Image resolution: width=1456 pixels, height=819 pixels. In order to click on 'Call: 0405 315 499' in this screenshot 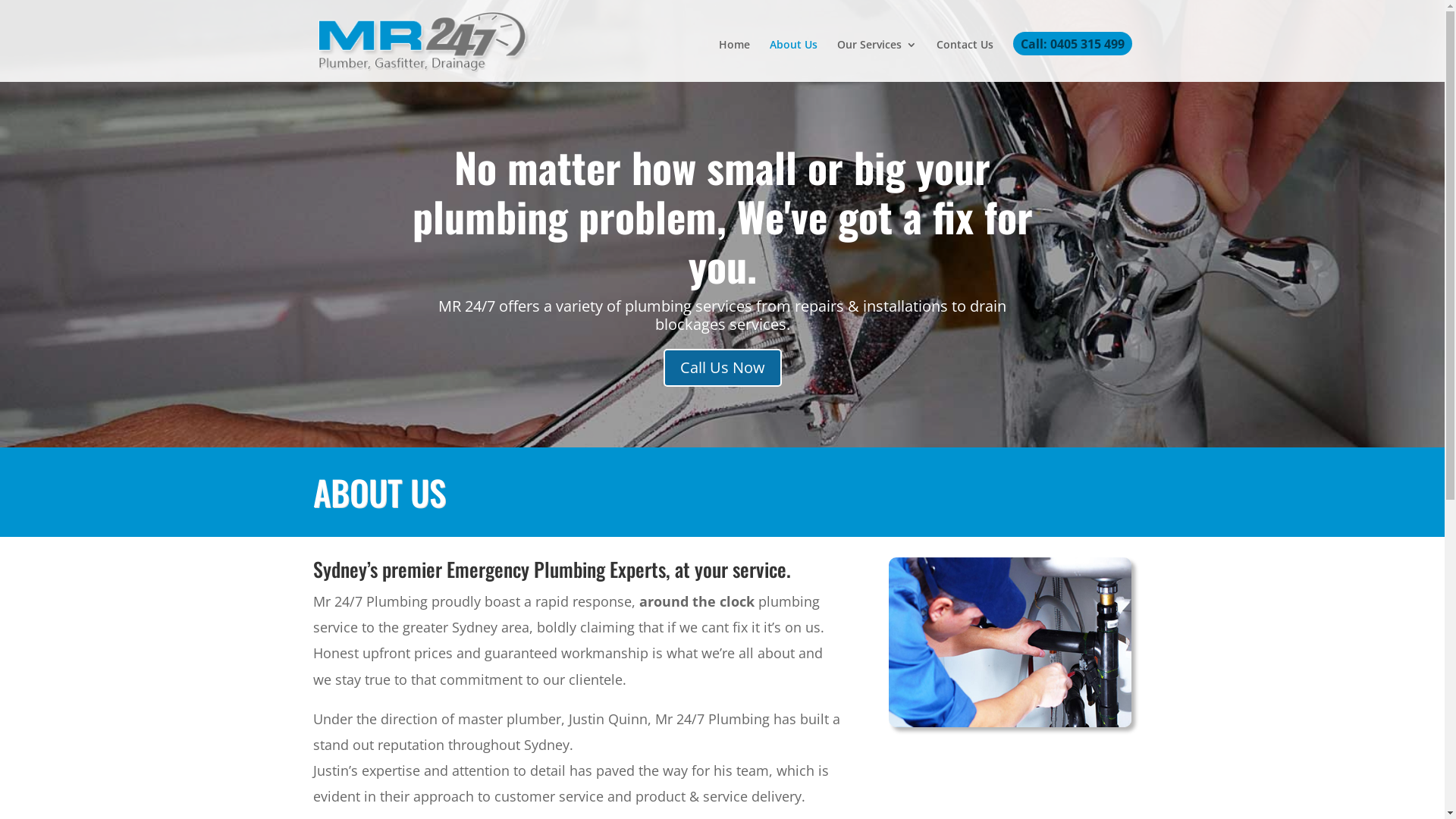, I will do `click(1072, 58)`.